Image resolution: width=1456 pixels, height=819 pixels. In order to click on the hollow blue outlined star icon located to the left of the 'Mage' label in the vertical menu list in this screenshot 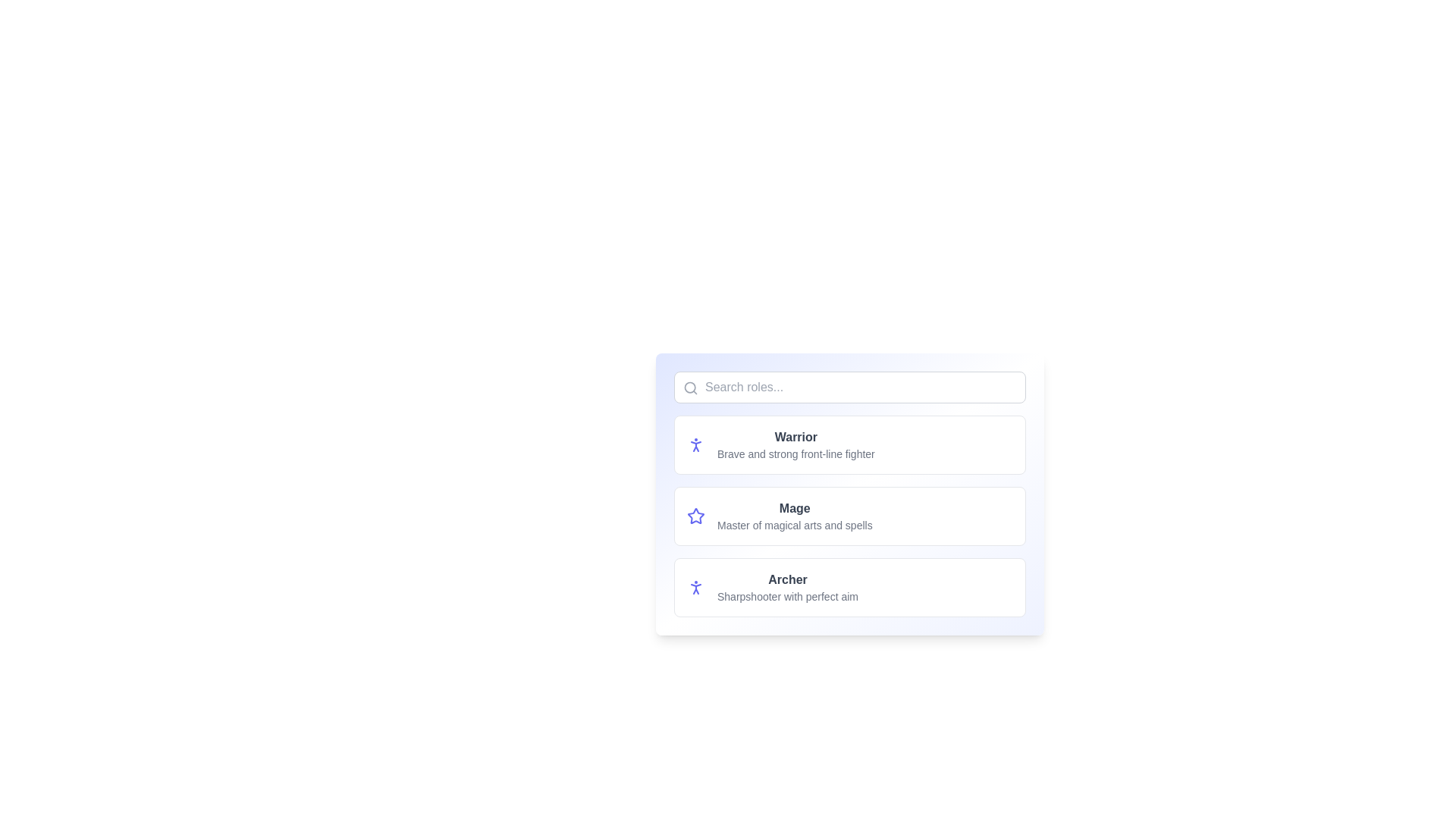, I will do `click(695, 515)`.